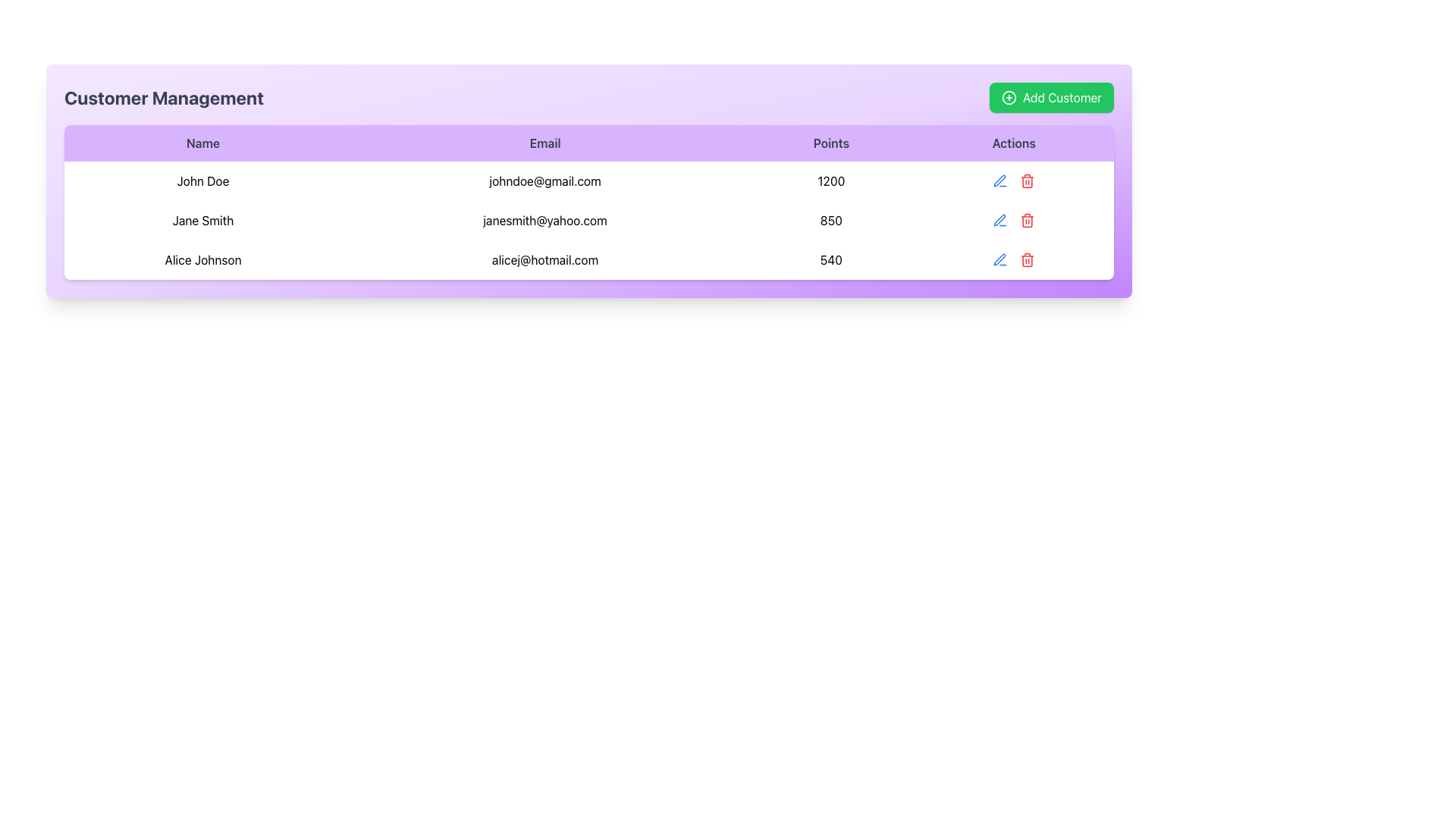  What do you see at coordinates (1009, 97) in the screenshot?
I see `the circular green icon with a plus sign, located to the left of the 'Add Customer' label` at bounding box center [1009, 97].